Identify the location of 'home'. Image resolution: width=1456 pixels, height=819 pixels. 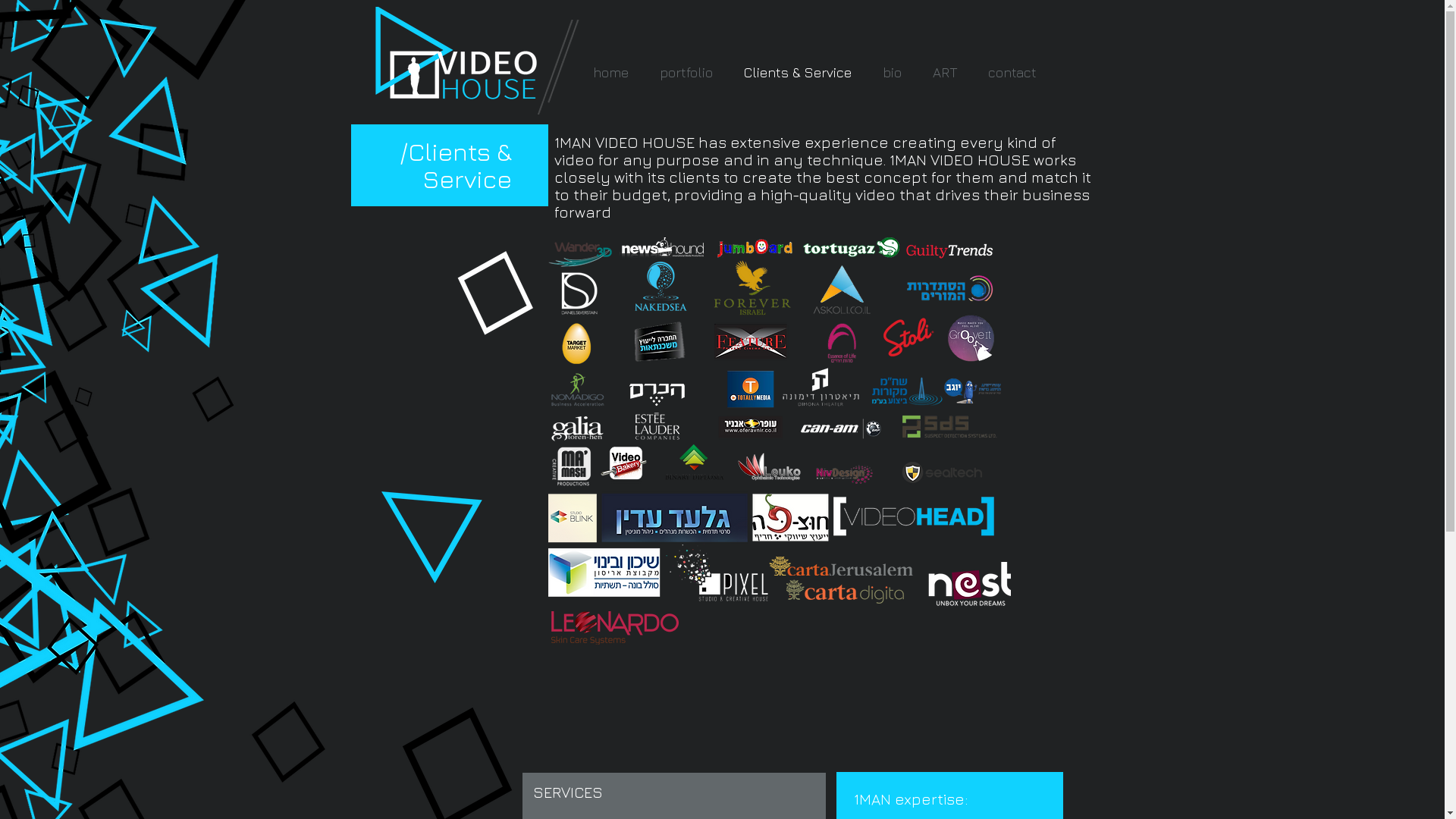
(611, 72).